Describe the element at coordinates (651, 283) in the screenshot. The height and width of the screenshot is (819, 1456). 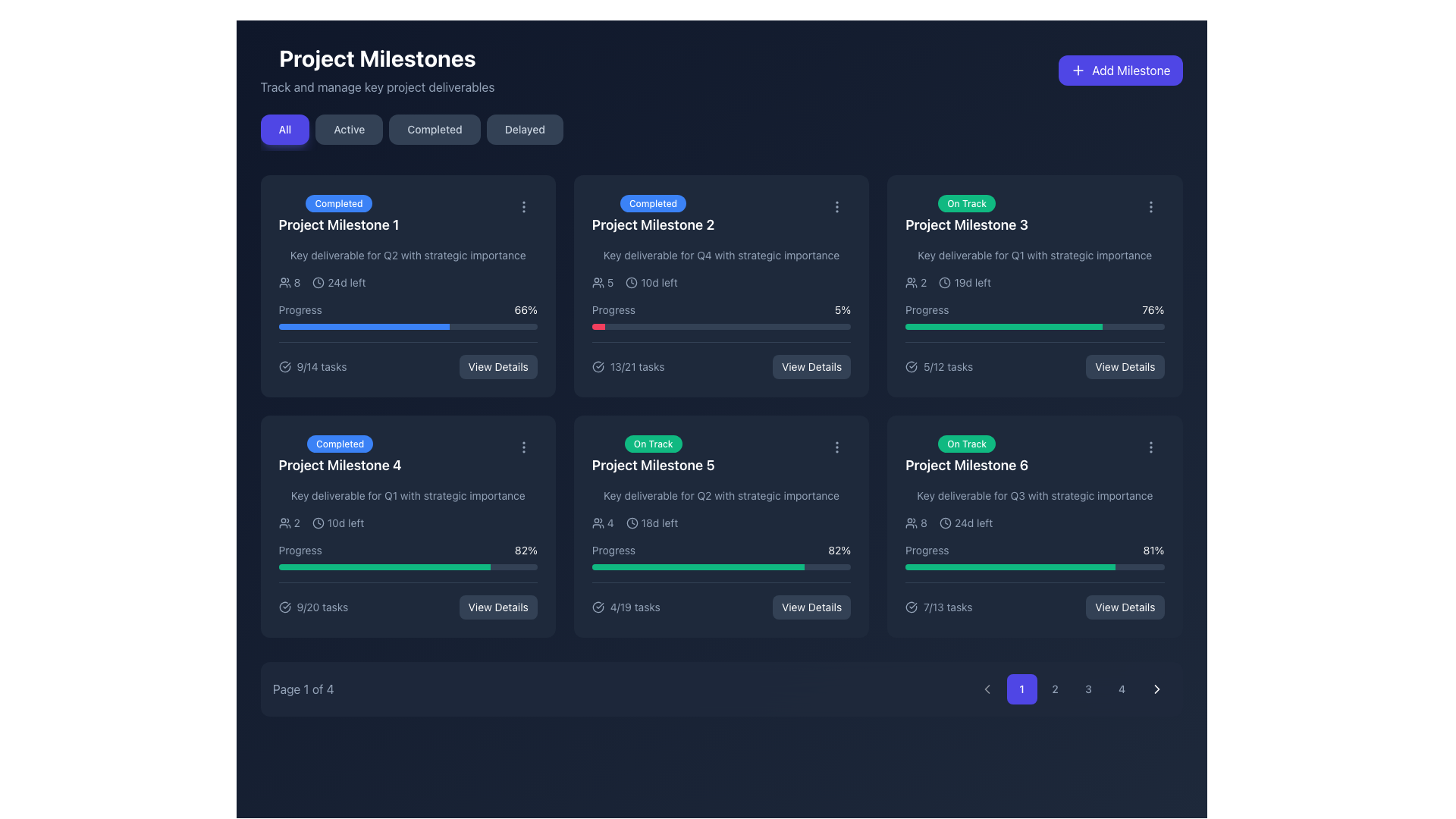
I see `informational text about the time left for the second milestone in the top row of the project milestones grid, located near the top-left corner of its card, following the teams icon` at that location.